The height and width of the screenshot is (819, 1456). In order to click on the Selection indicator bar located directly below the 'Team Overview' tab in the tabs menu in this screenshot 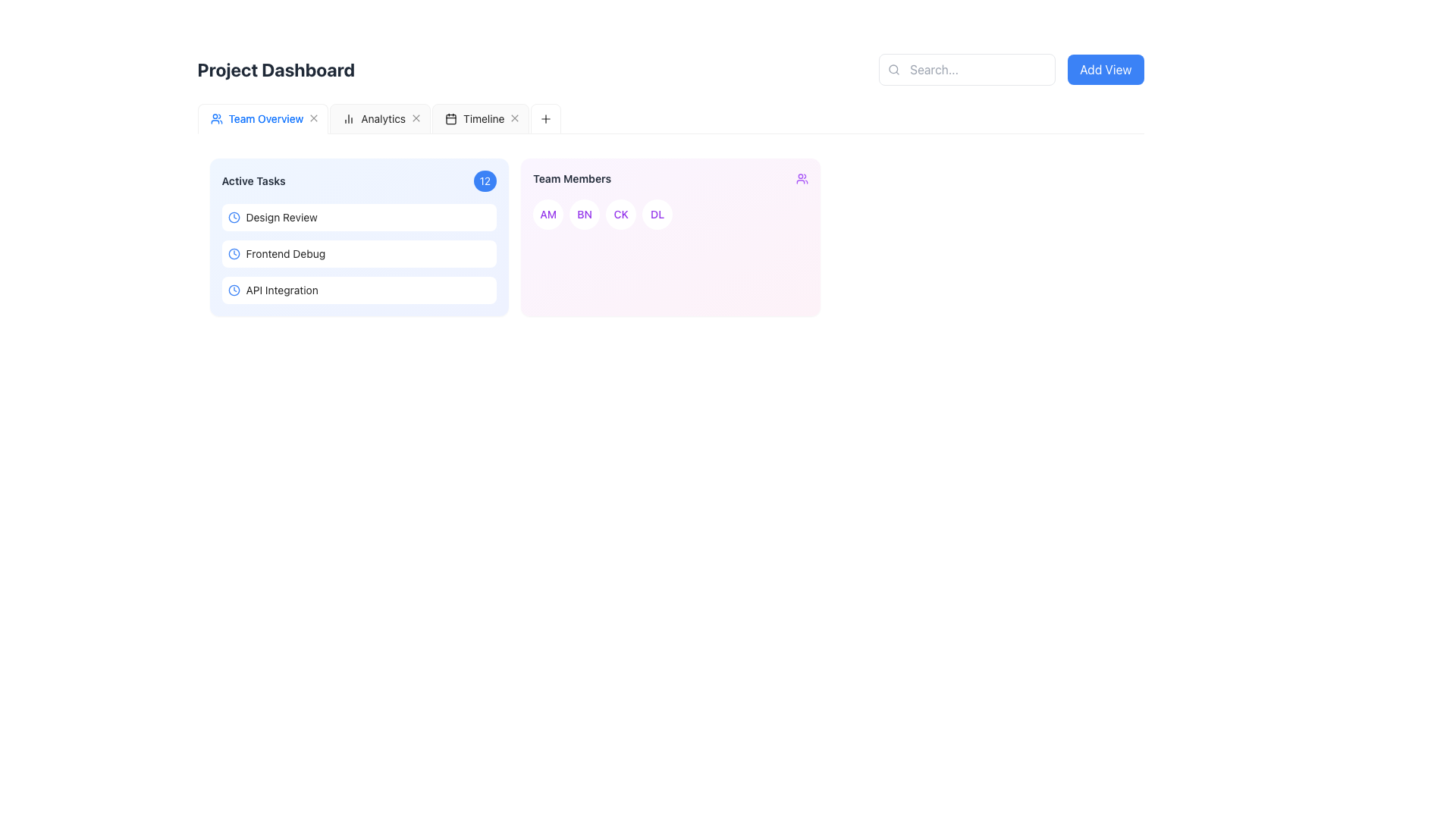, I will do `click(262, 133)`.